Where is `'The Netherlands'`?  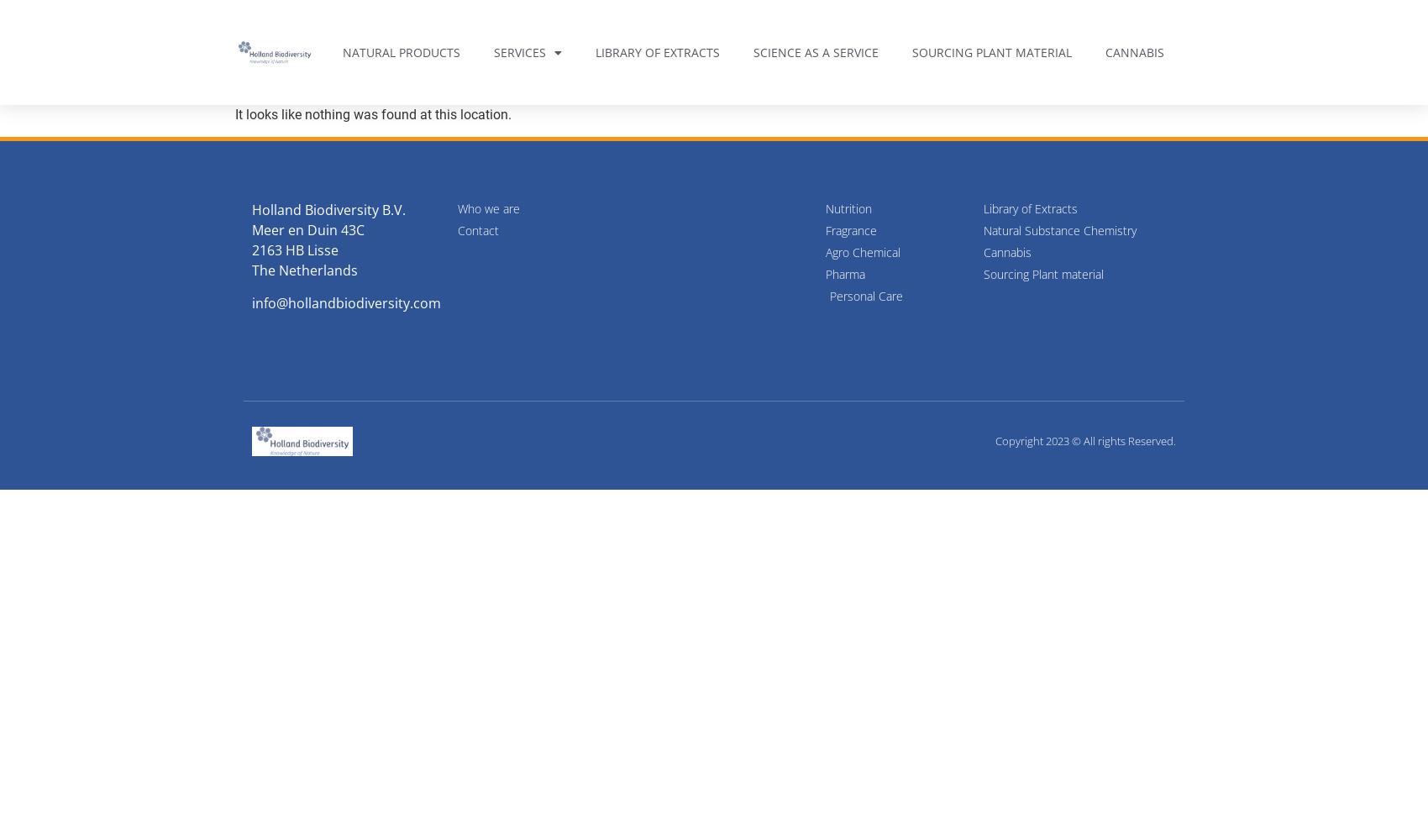
'The Netherlands' is located at coordinates (303, 270).